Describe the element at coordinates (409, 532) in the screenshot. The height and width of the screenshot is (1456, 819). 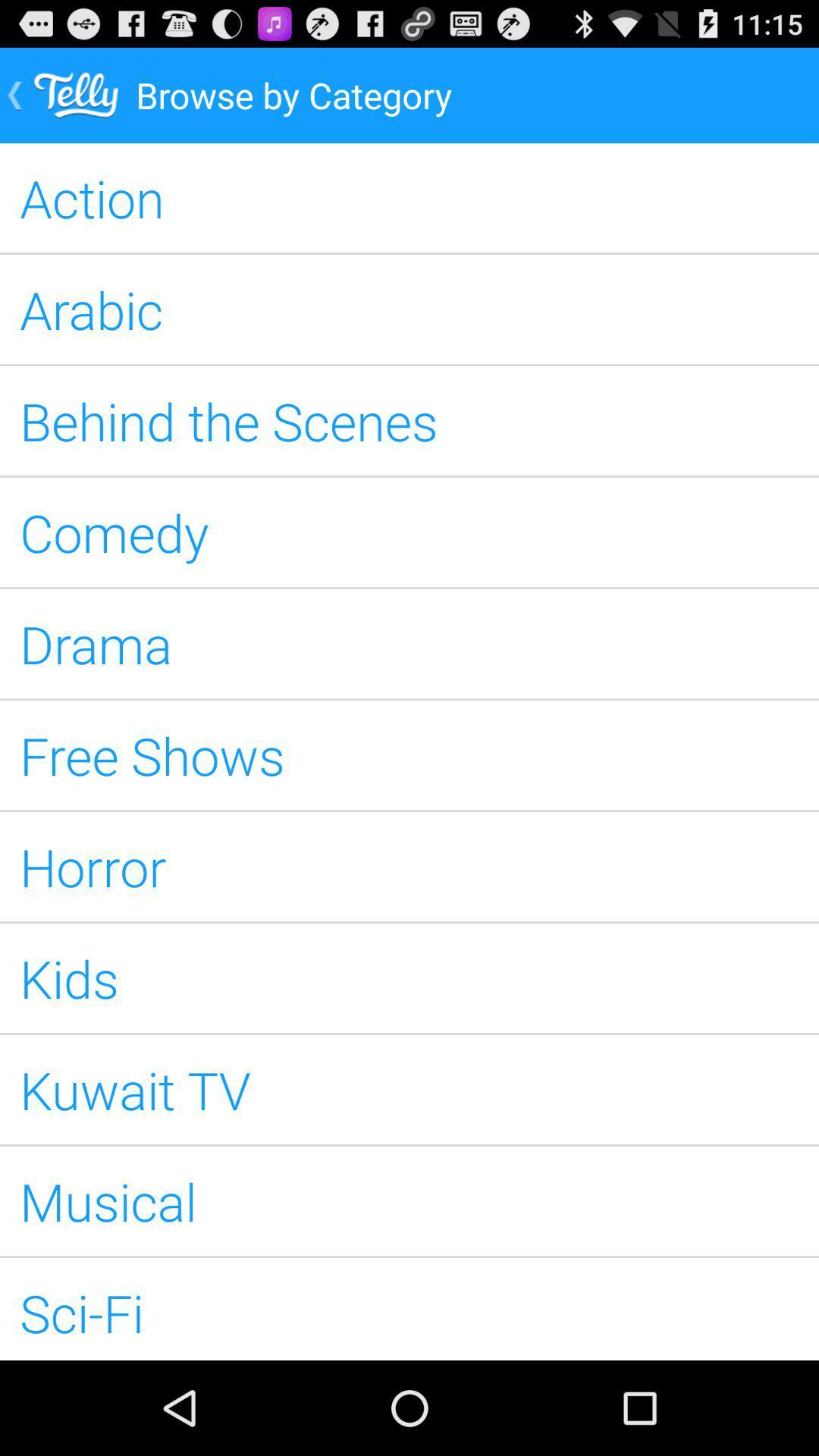
I see `the comedy icon` at that location.